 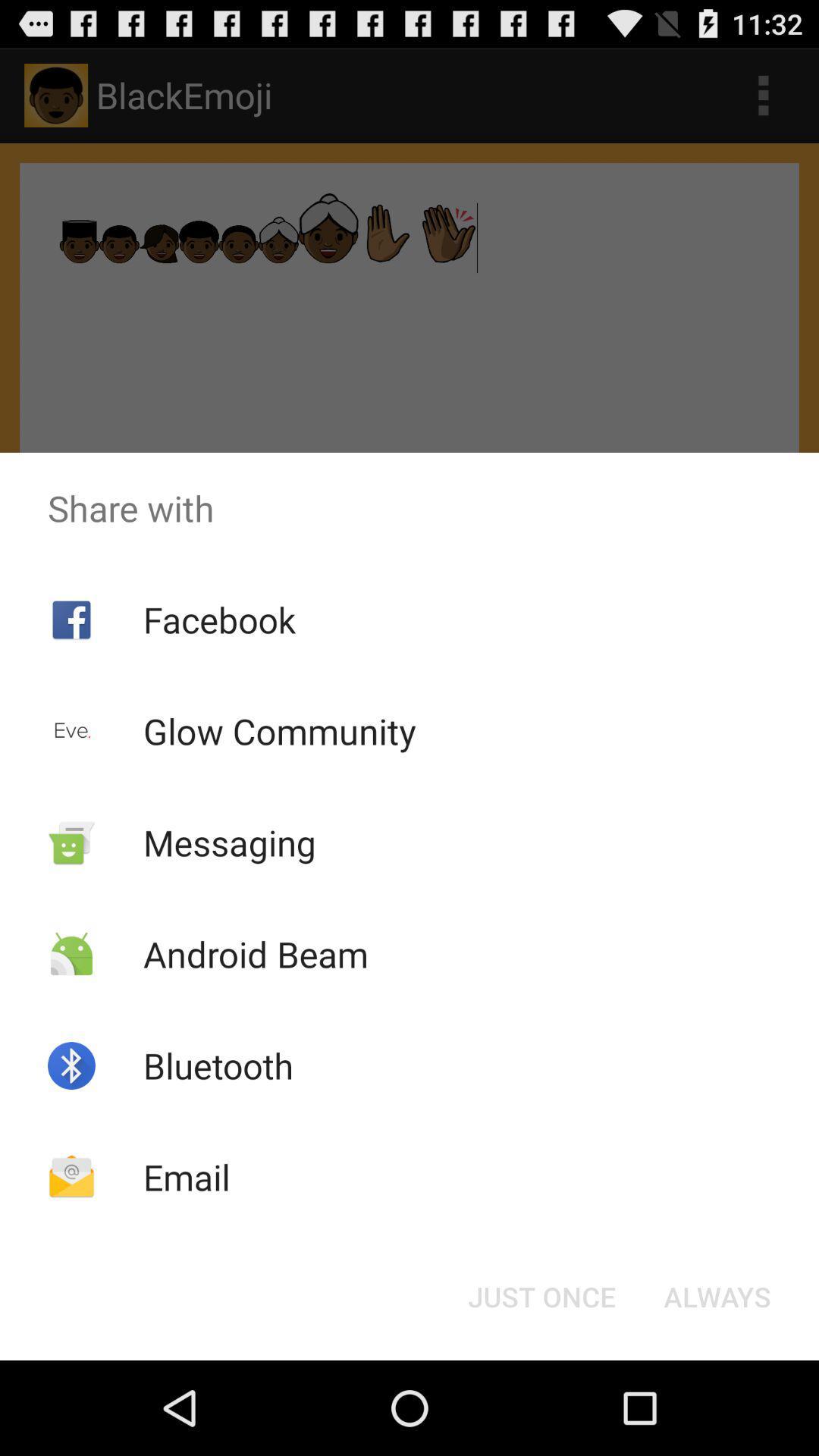 I want to click on the app above the bluetooth, so click(x=255, y=953).